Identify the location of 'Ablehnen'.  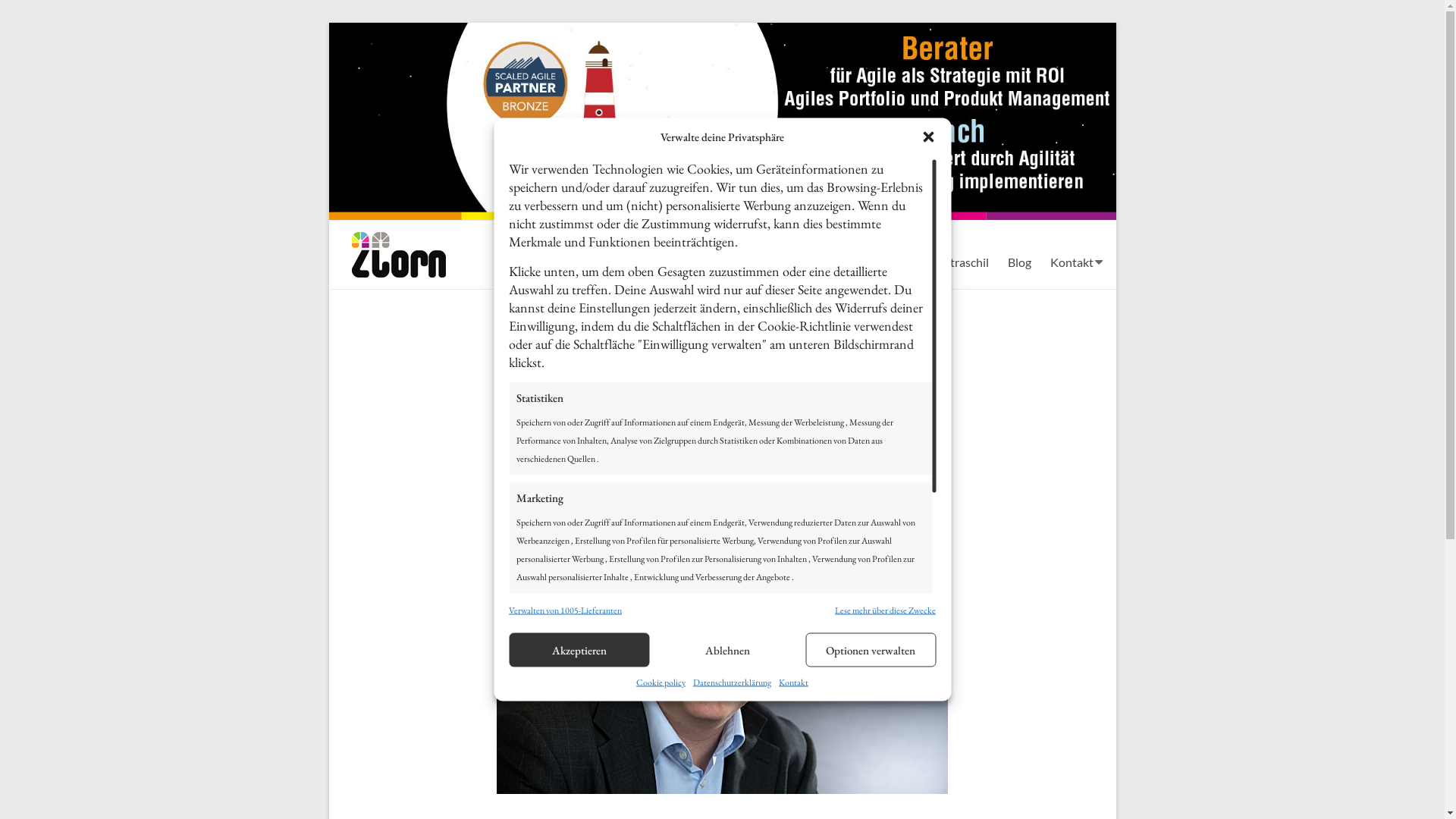
(728, 648).